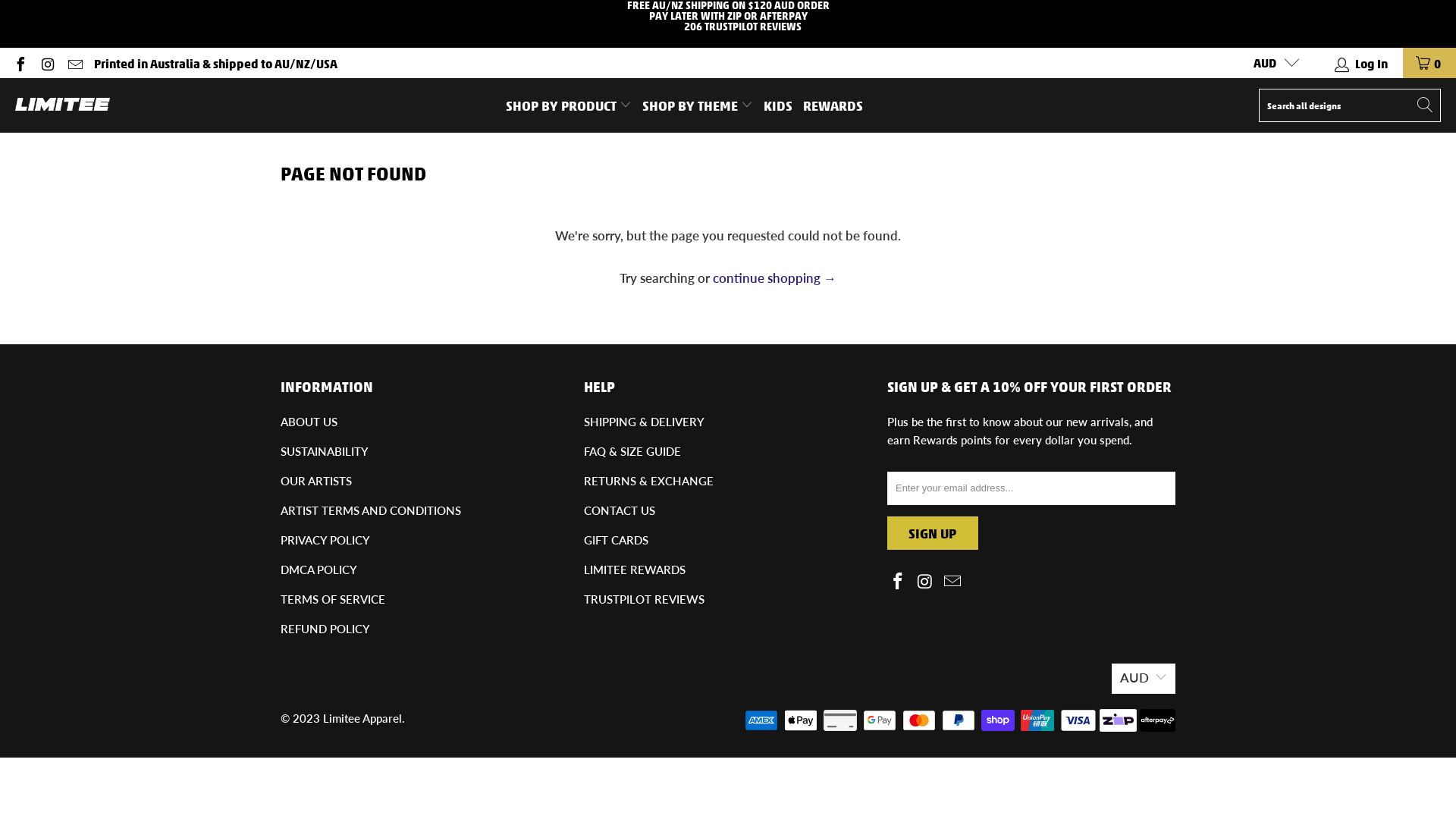 The height and width of the screenshot is (819, 1456). I want to click on 'Limitee Apparel on Facebook', so click(899, 581).